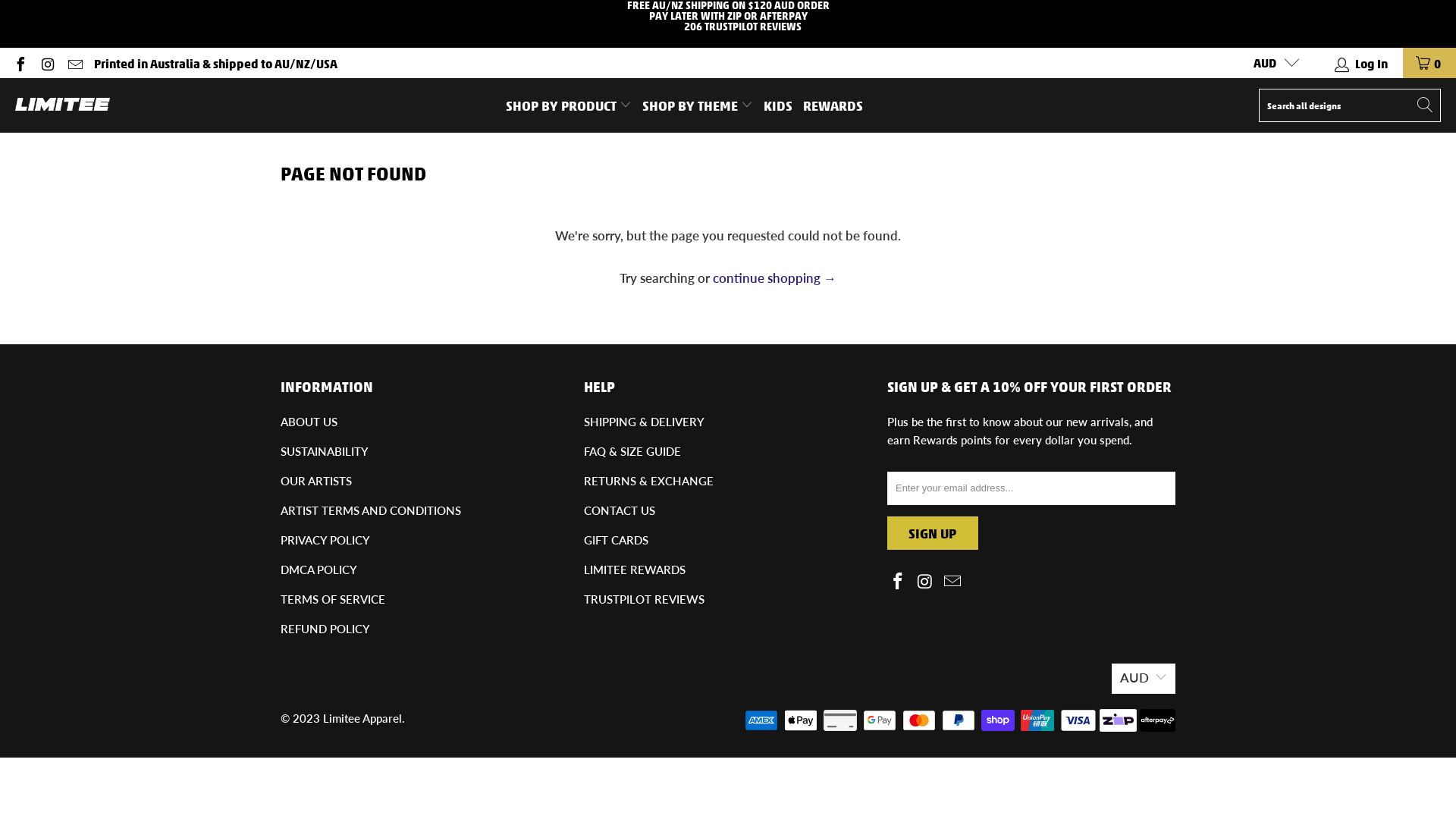 The height and width of the screenshot is (819, 1456). I want to click on 'Limitee Apparel on Facebook', so click(899, 581).